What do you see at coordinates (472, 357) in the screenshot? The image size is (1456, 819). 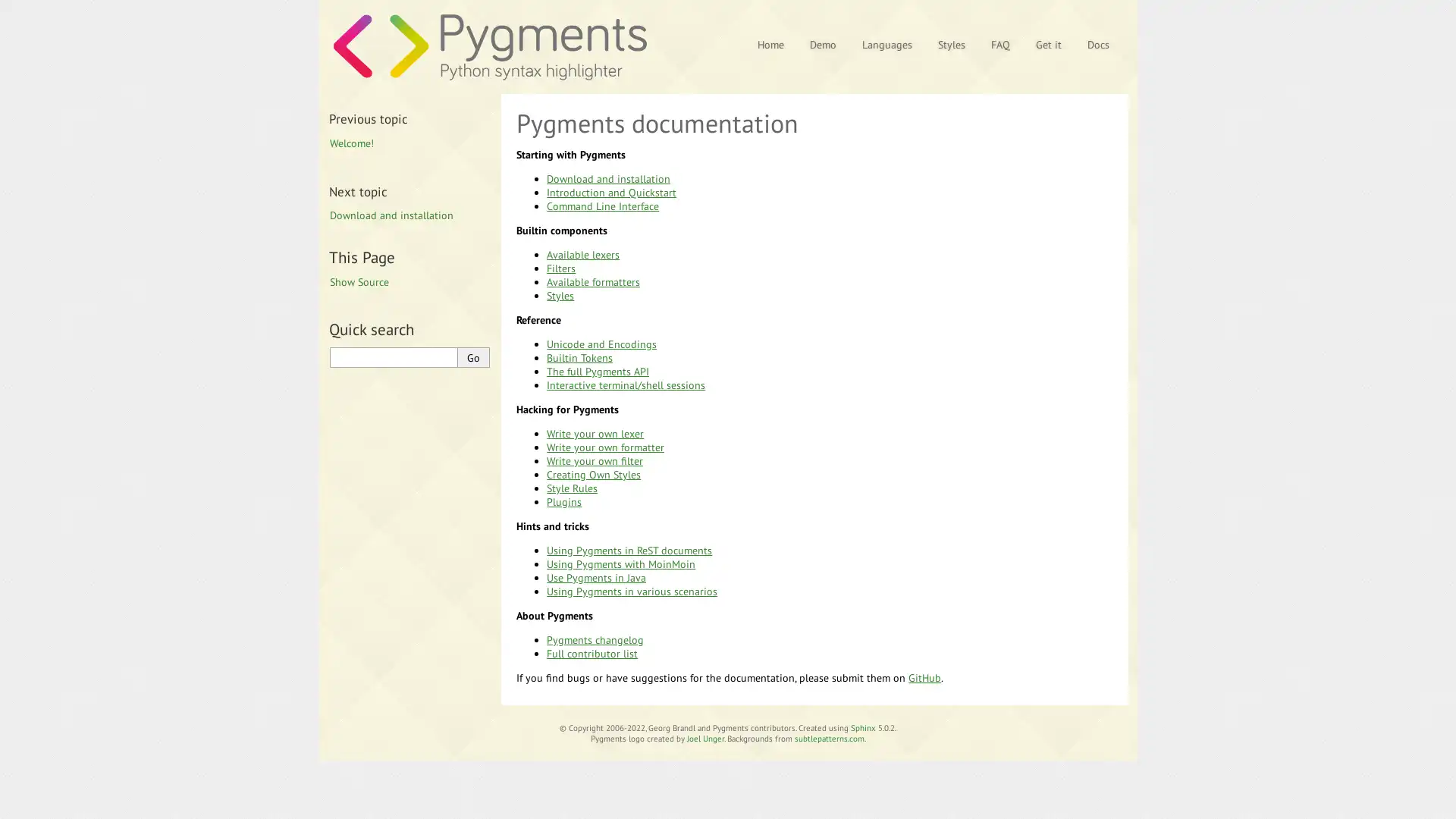 I see `Go` at bounding box center [472, 357].